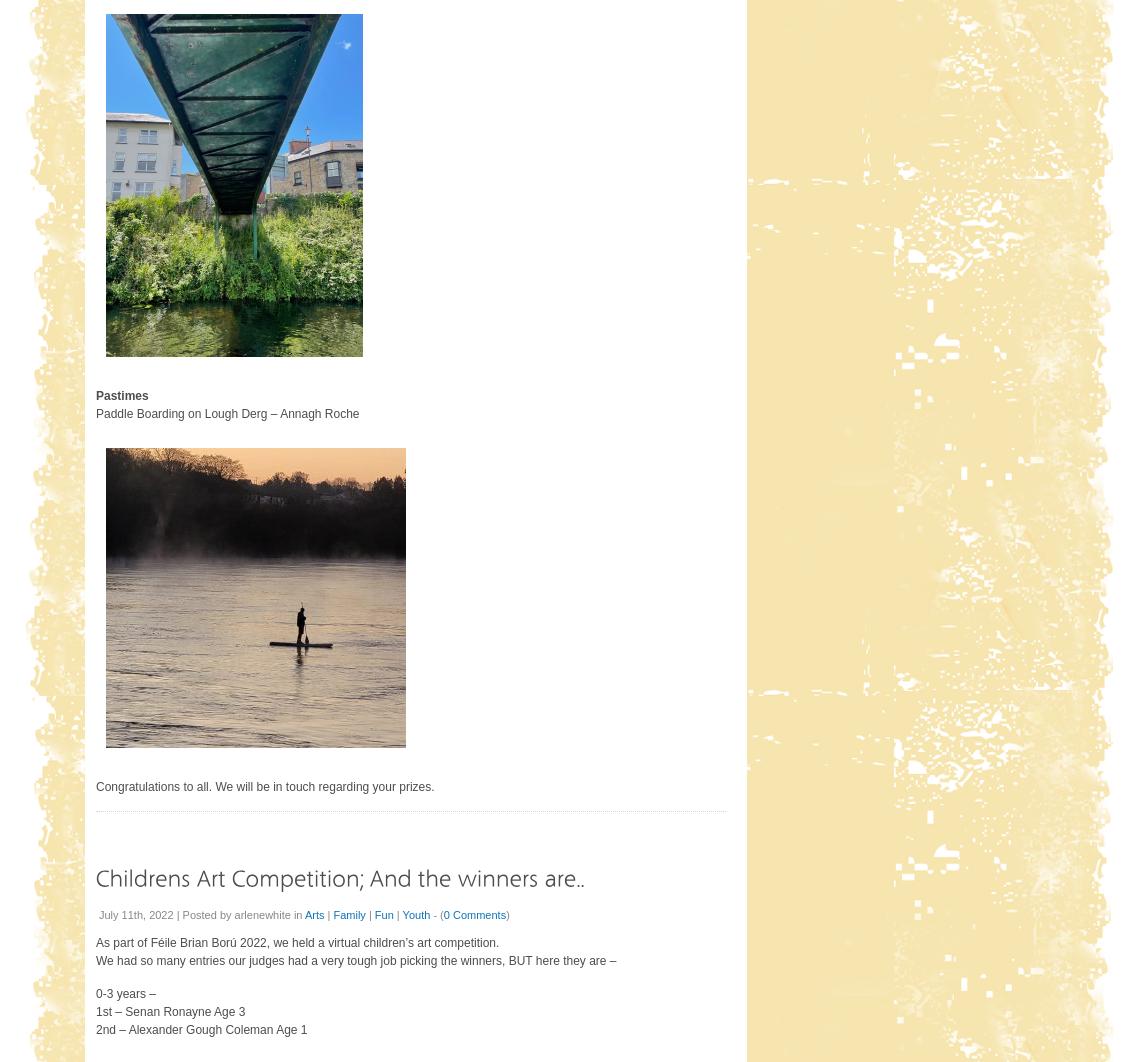 The height and width of the screenshot is (1062, 1140). What do you see at coordinates (414, 912) in the screenshot?
I see `'Youth'` at bounding box center [414, 912].